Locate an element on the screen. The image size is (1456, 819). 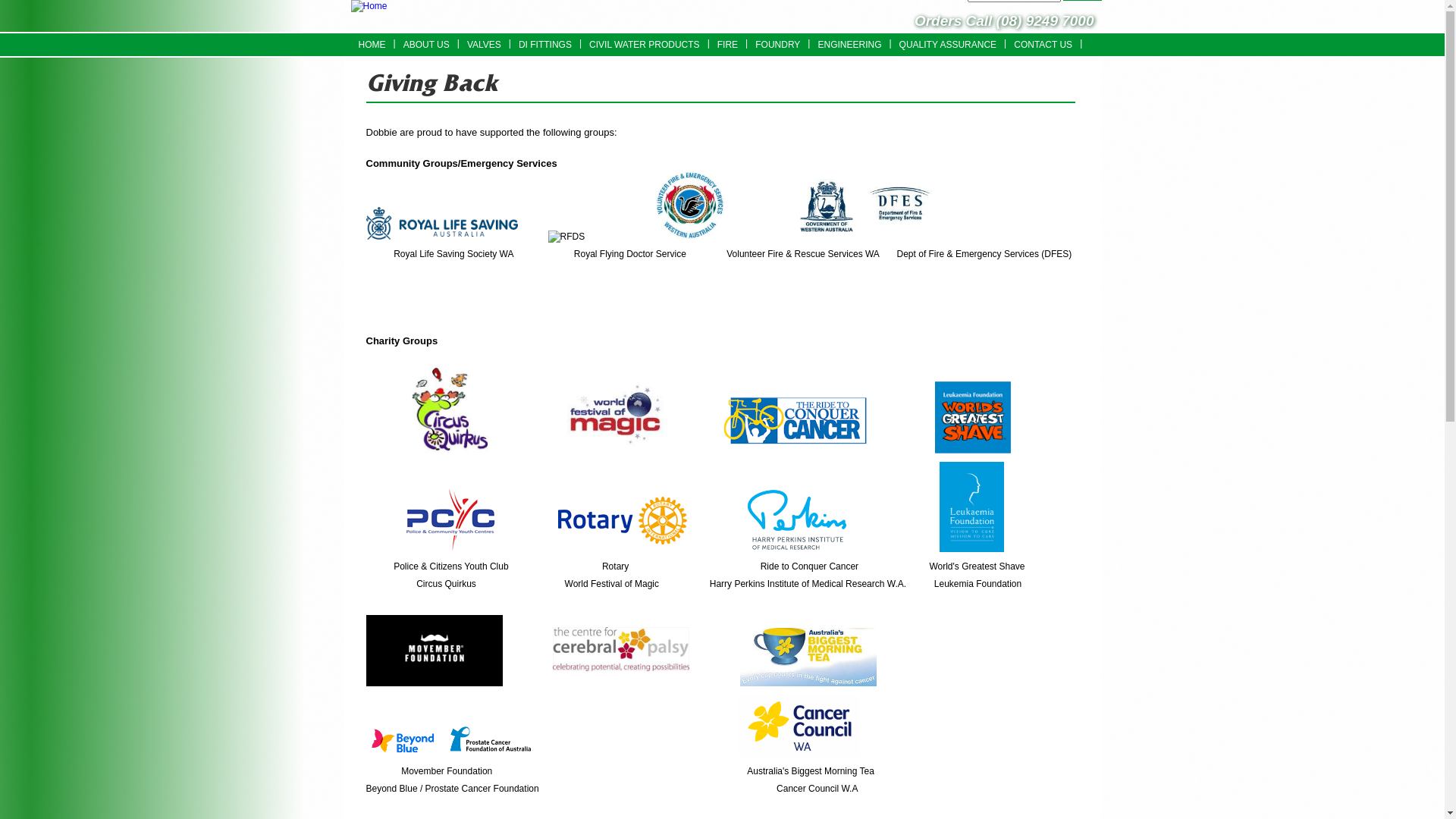
'Rotary Small' is located at coordinates (622, 519).